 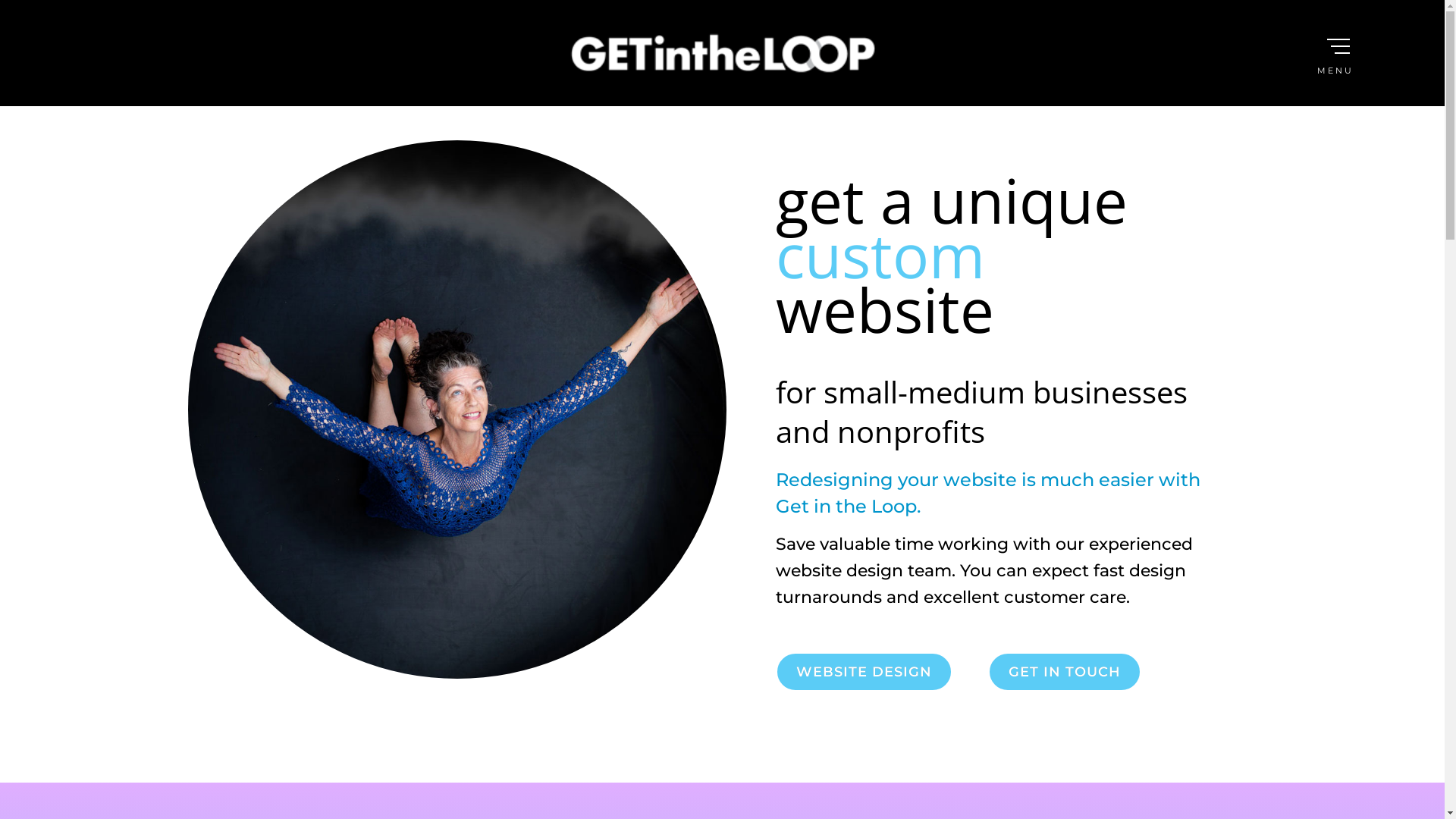 What do you see at coordinates (1062, 671) in the screenshot?
I see `'GET IN TOUCH'` at bounding box center [1062, 671].